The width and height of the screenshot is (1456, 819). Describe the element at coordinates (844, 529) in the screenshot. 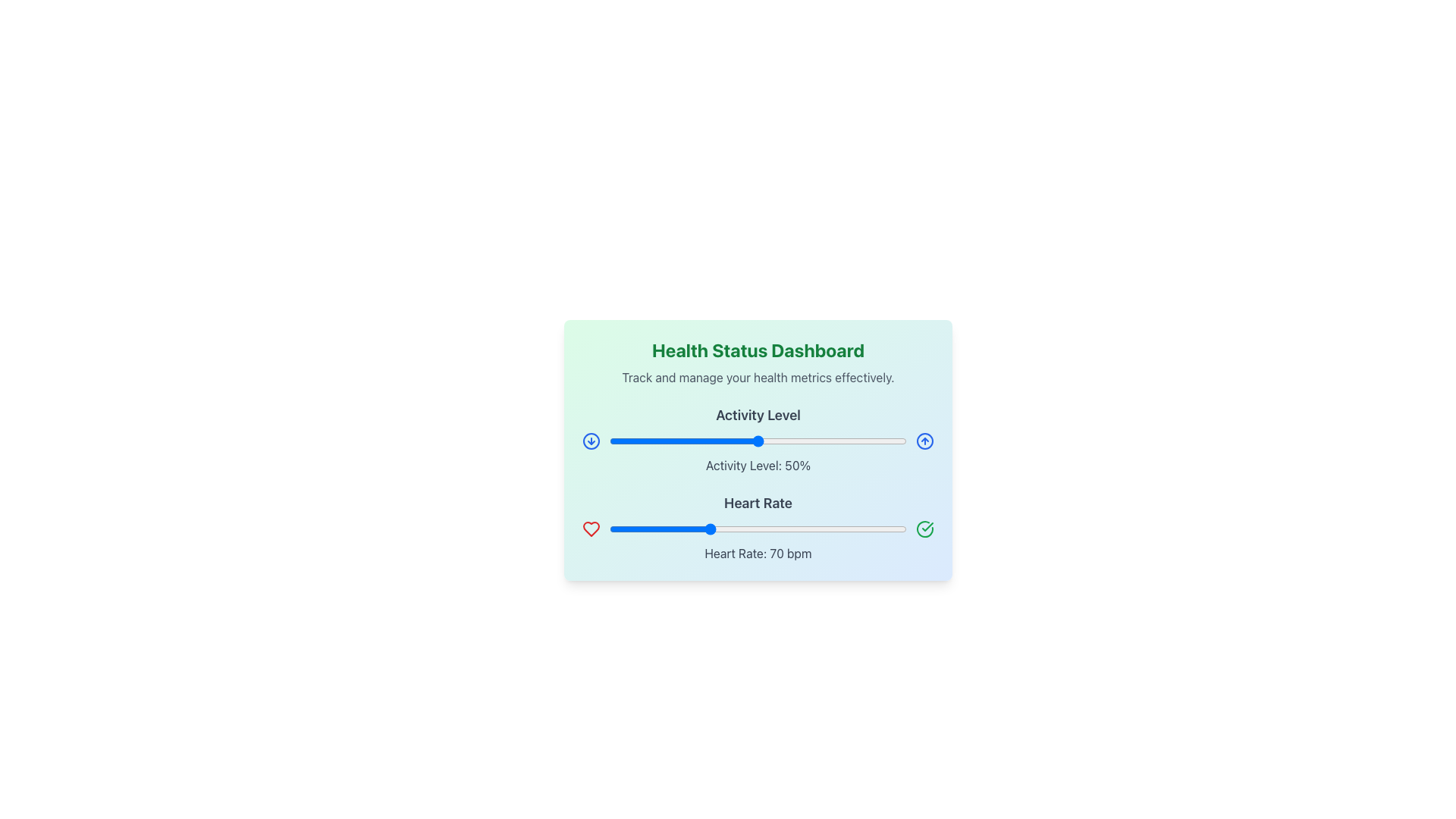

I see `heart rate` at that location.